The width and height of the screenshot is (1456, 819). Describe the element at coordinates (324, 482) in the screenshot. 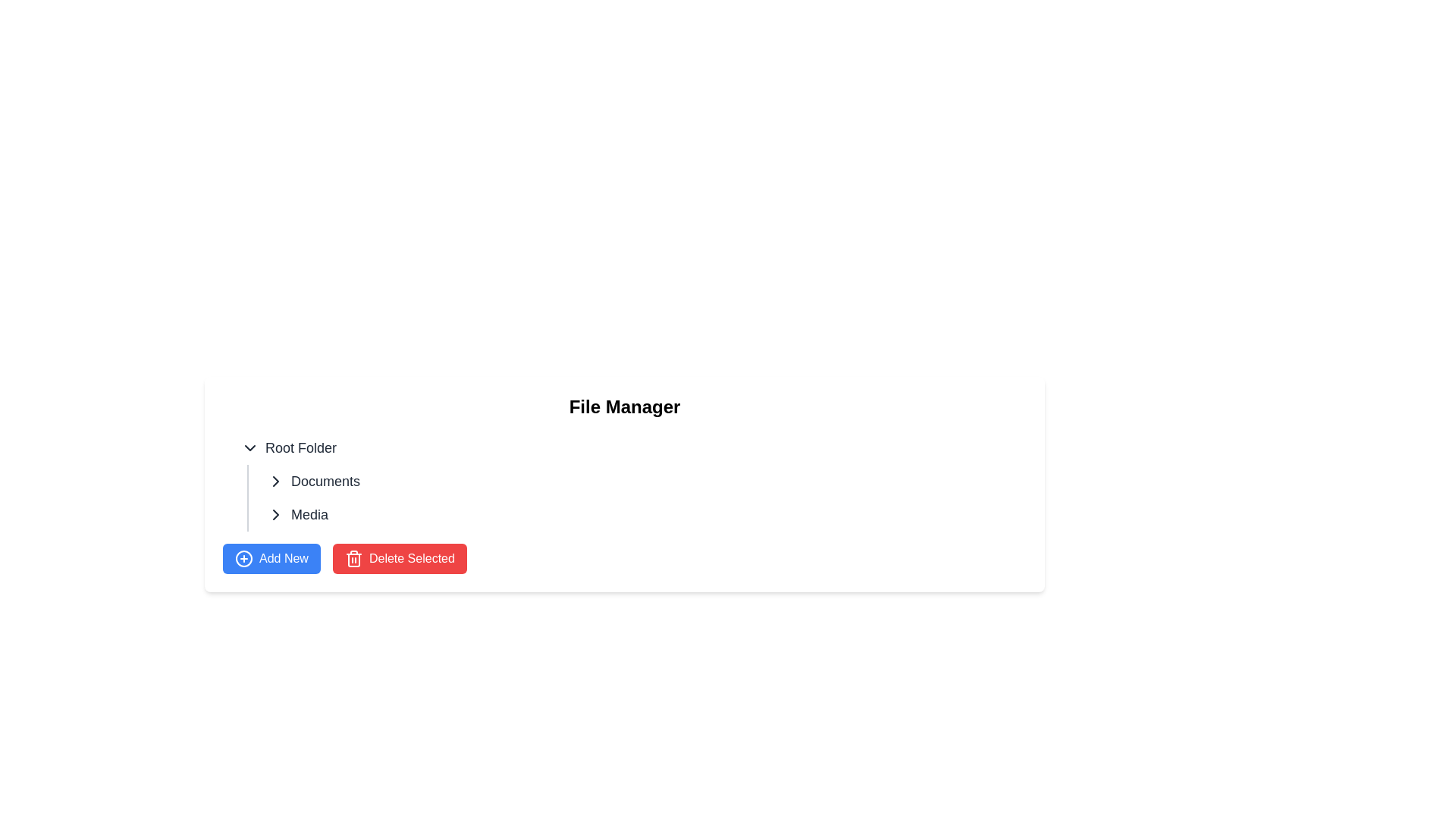

I see `the 'Documents' Text Label in the file management interface` at that location.